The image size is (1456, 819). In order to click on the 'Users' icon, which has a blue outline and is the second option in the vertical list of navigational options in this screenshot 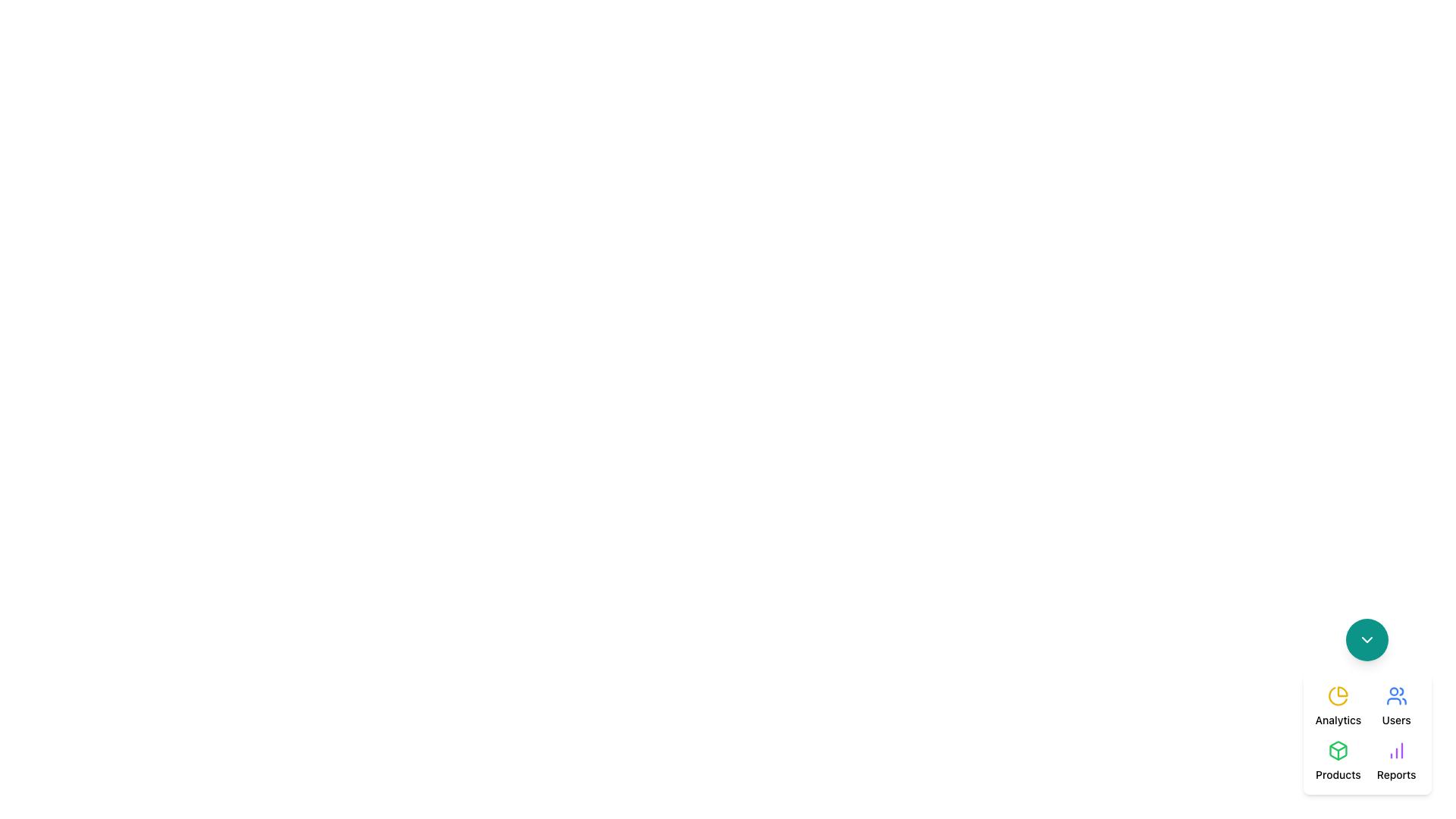, I will do `click(1394, 701)`.